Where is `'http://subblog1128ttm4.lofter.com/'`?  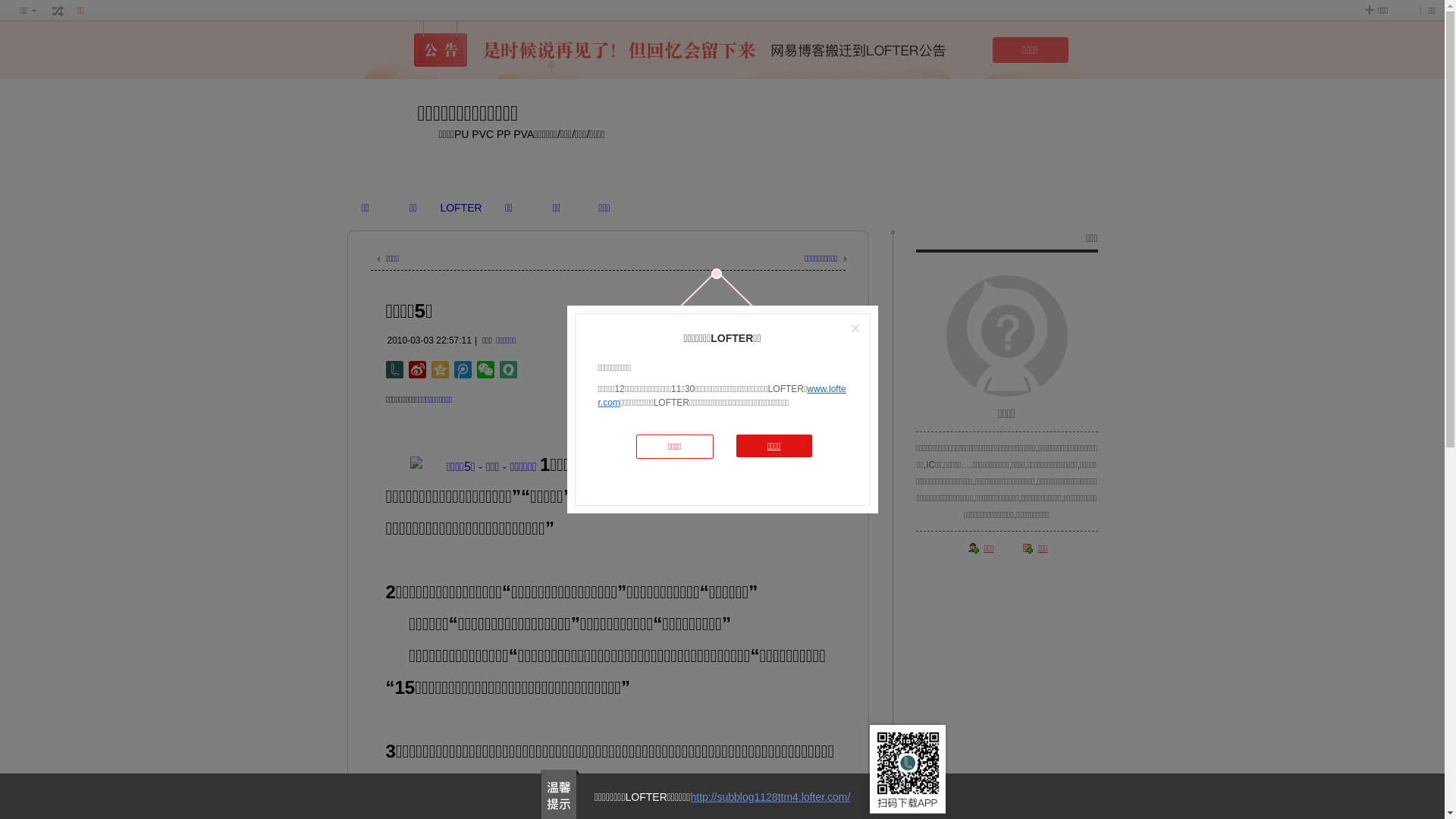 'http://subblog1128ttm4.lofter.com/' is located at coordinates (770, 795).